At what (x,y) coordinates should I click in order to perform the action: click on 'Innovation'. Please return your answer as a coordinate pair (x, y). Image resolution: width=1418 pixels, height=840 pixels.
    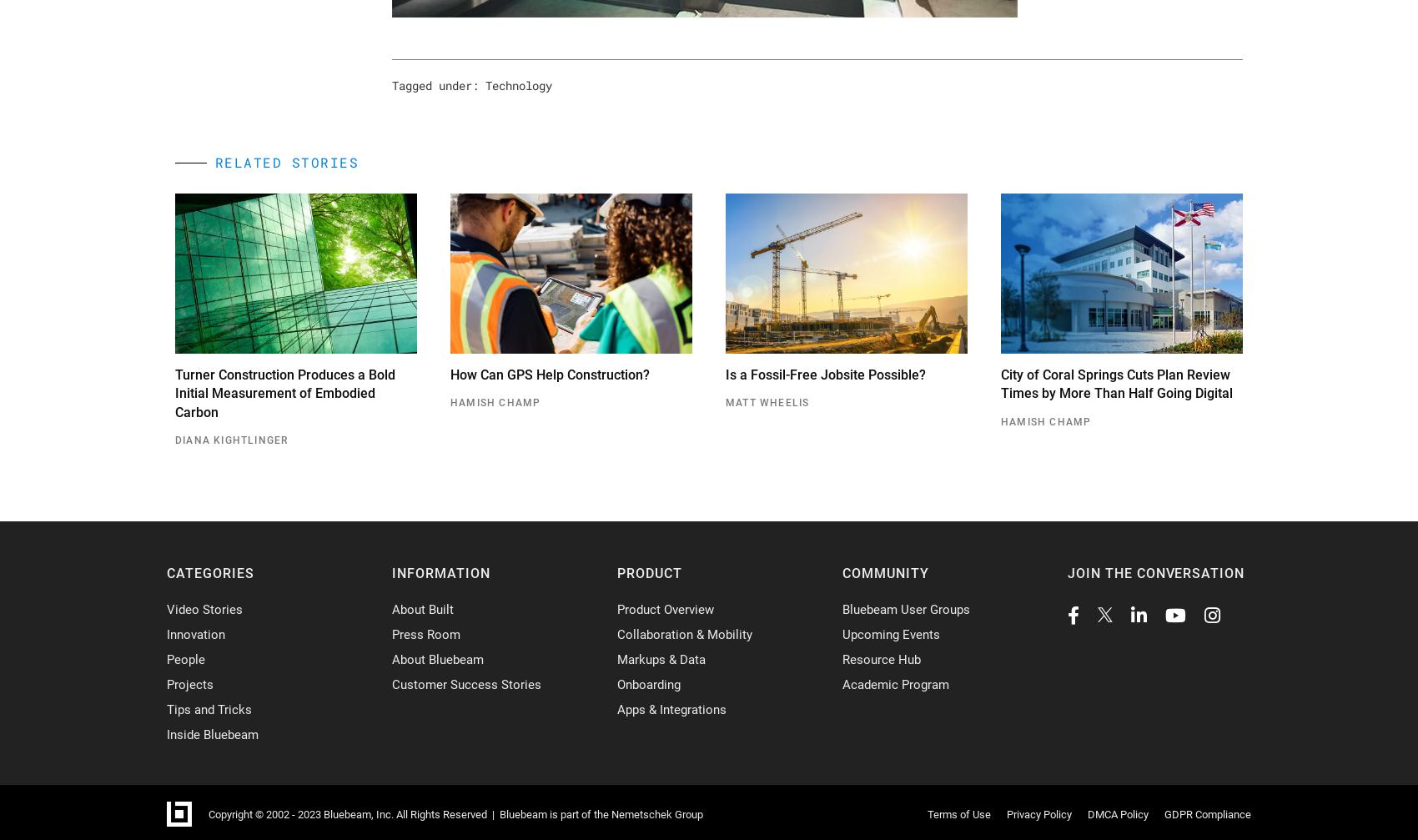
    Looking at the image, I should click on (195, 633).